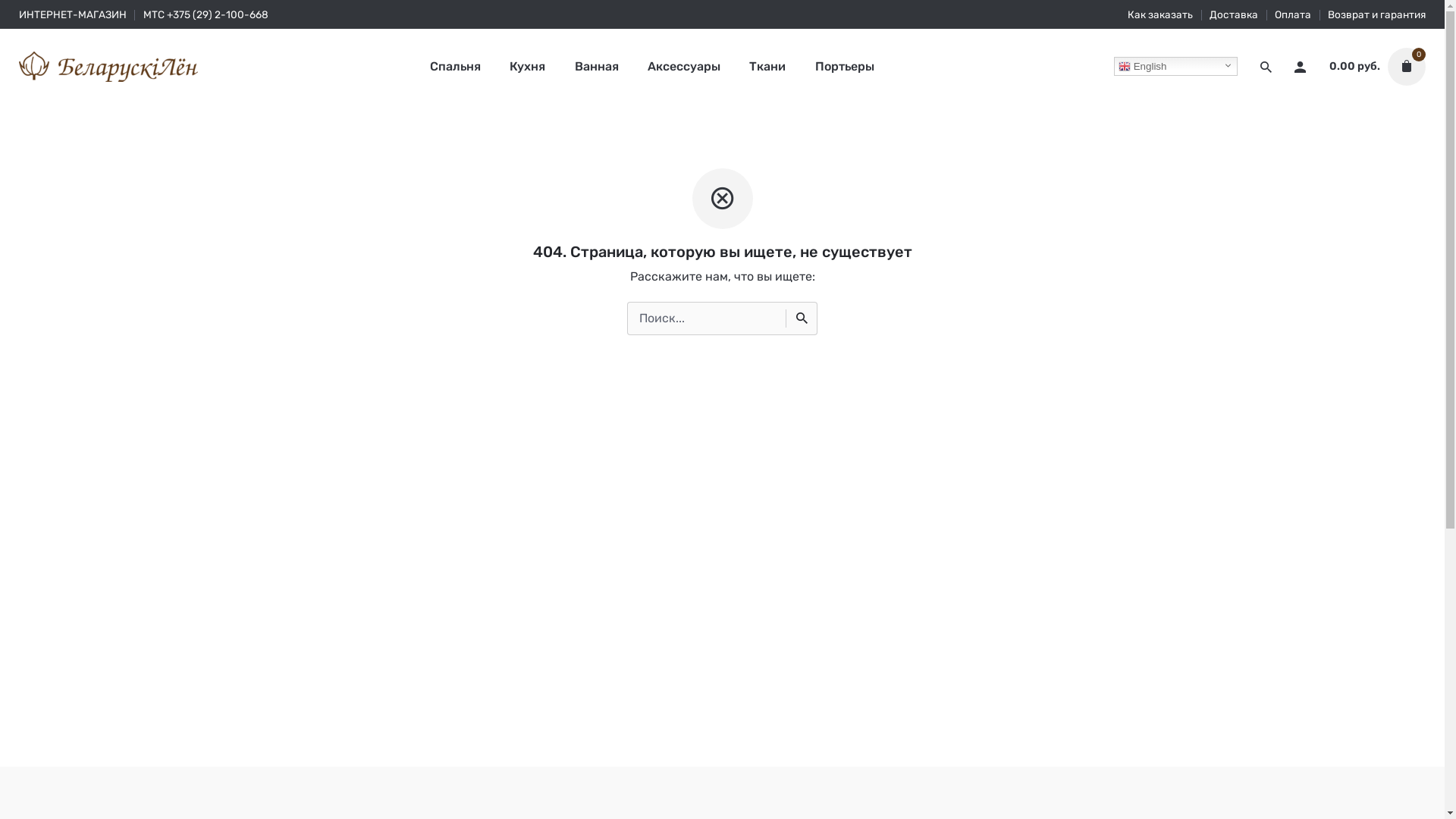  I want to click on 'English', so click(1113, 65).